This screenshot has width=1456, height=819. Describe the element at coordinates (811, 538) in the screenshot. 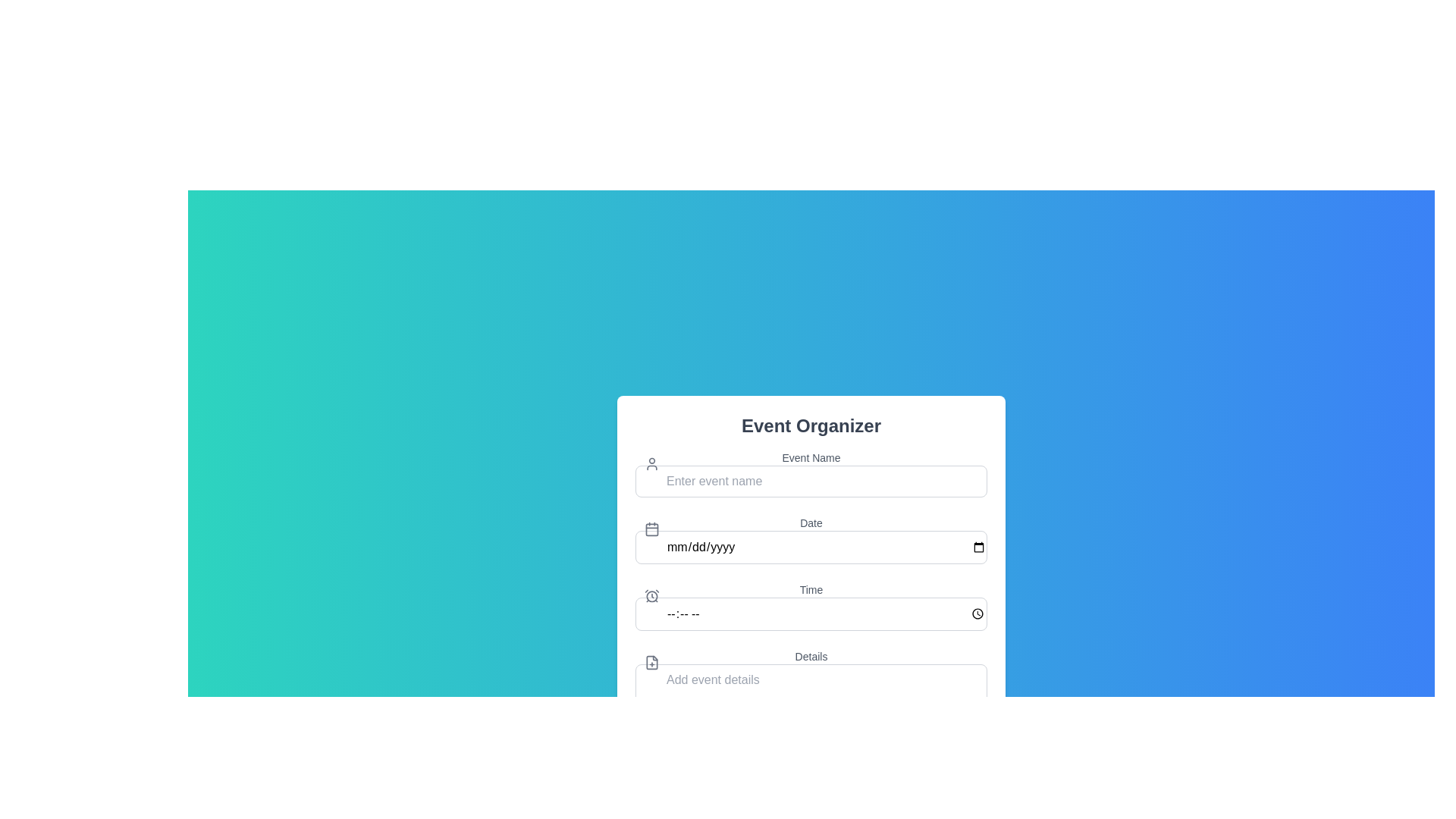

I see `the Date picker input field located in the 'Event Organizer' section, which is the second interactive field below the 'Event Name' field` at that location.